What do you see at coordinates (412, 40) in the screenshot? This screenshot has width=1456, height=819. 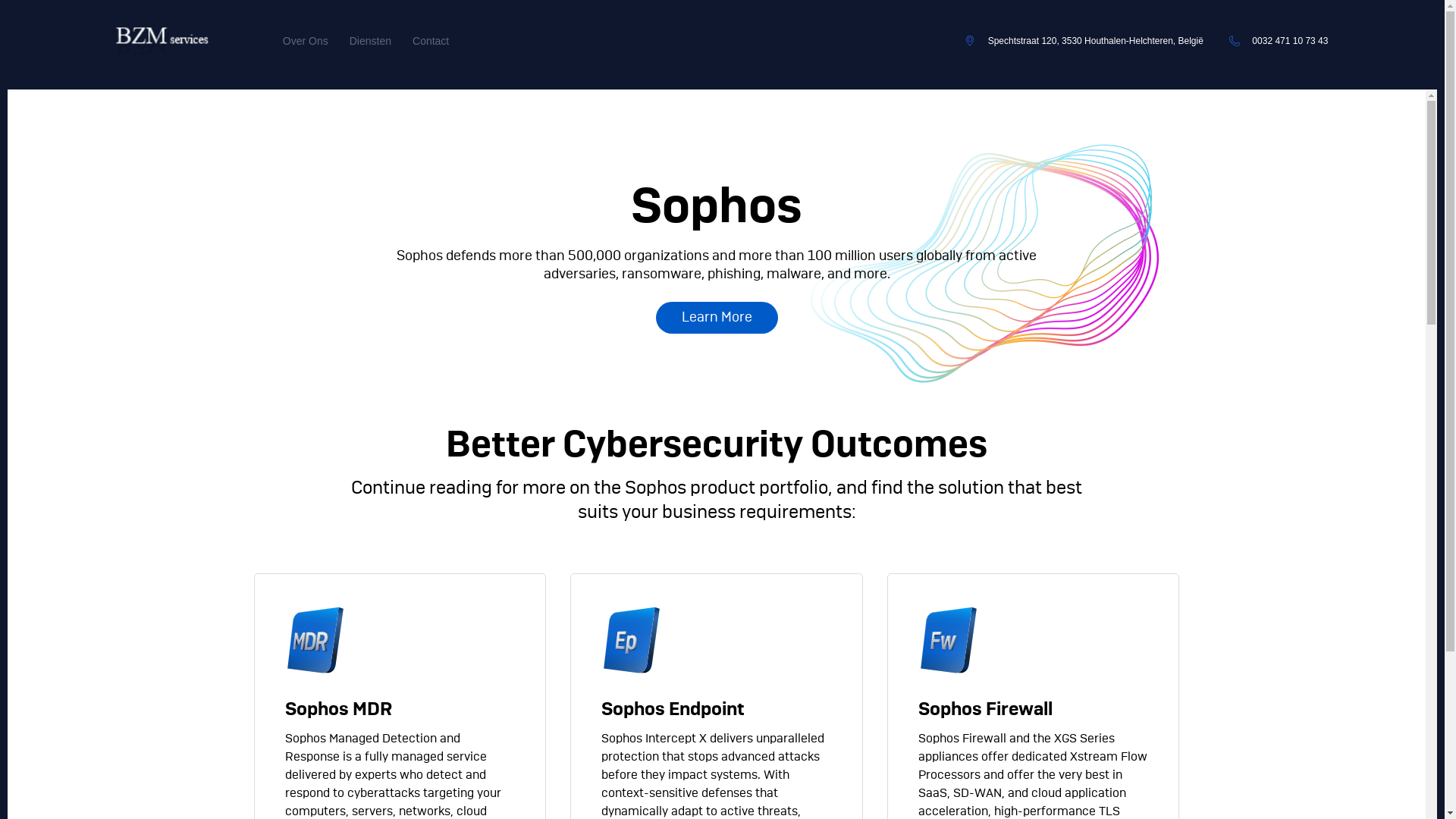 I see `'Contact'` at bounding box center [412, 40].